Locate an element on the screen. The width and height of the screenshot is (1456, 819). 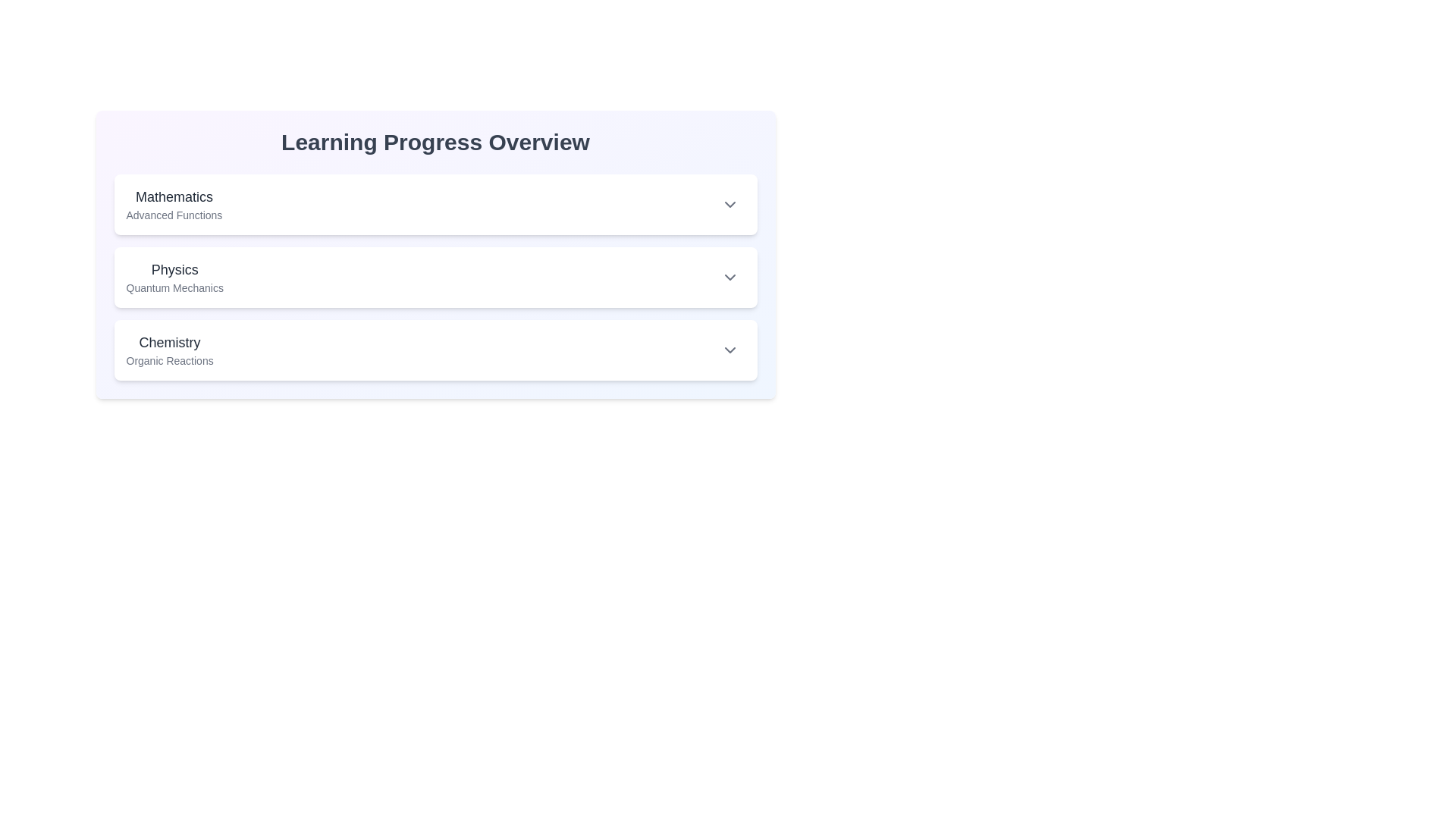
the text block displaying the subject title 'Chemistry' and its description 'Organic Reactions', which is located in the third section of the learning topics list, above an interactive area with an arrow is located at coordinates (170, 350).